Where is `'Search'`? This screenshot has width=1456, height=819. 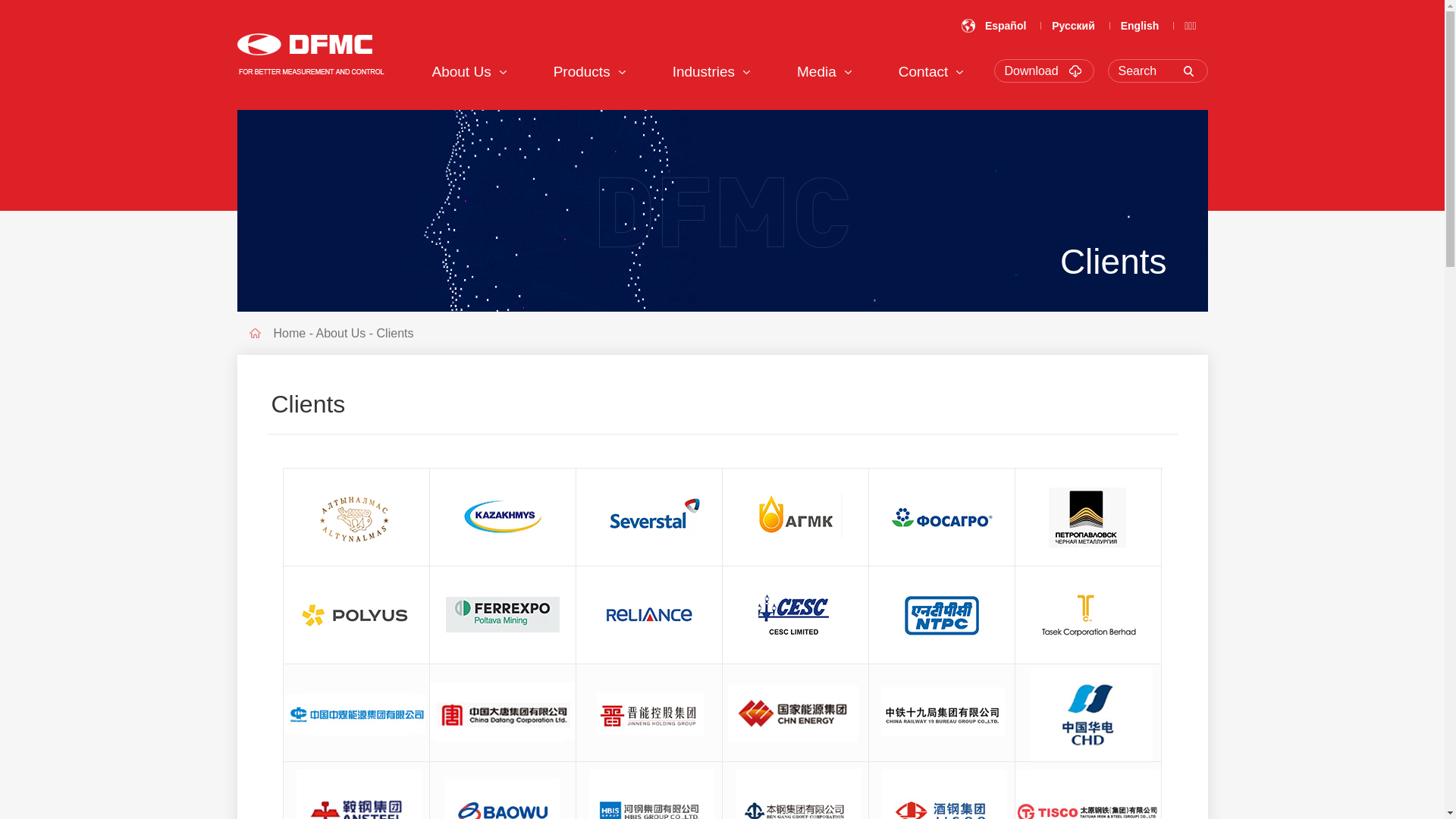
'Search' is located at coordinates (1161, 71).